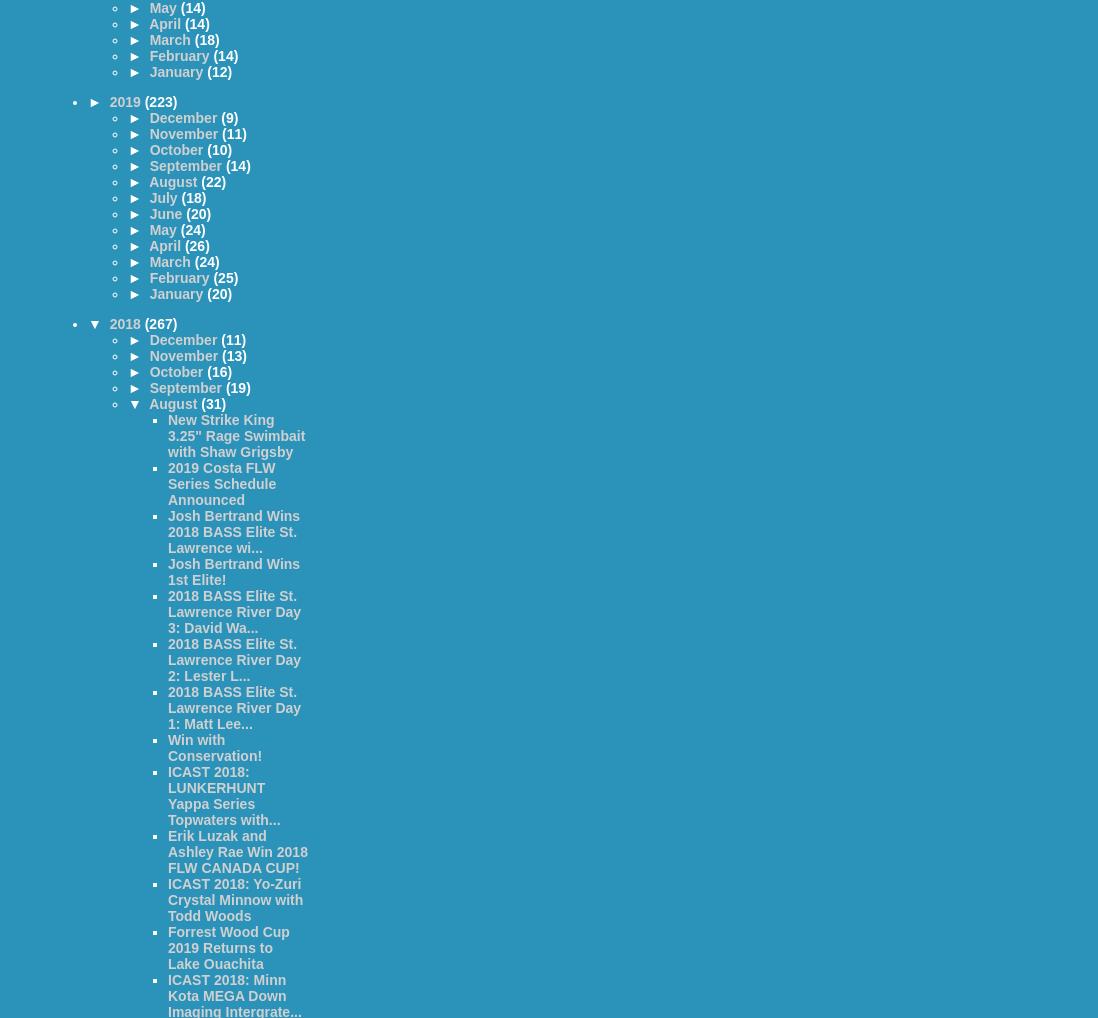 The width and height of the screenshot is (1098, 1018). What do you see at coordinates (220, 116) in the screenshot?
I see `'(9)'` at bounding box center [220, 116].